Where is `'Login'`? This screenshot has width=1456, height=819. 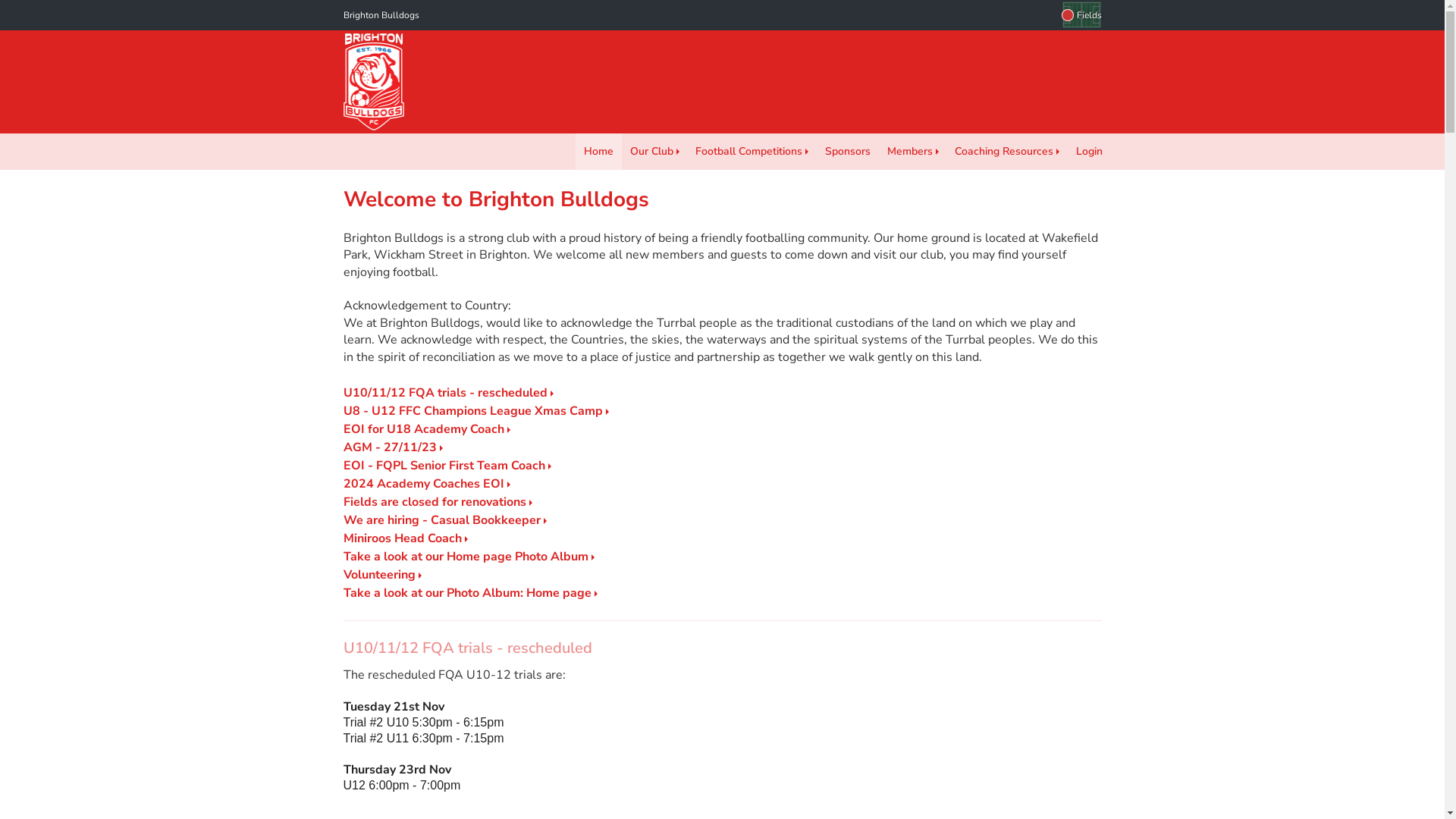 'Login' is located at coordinates (1088, 152).